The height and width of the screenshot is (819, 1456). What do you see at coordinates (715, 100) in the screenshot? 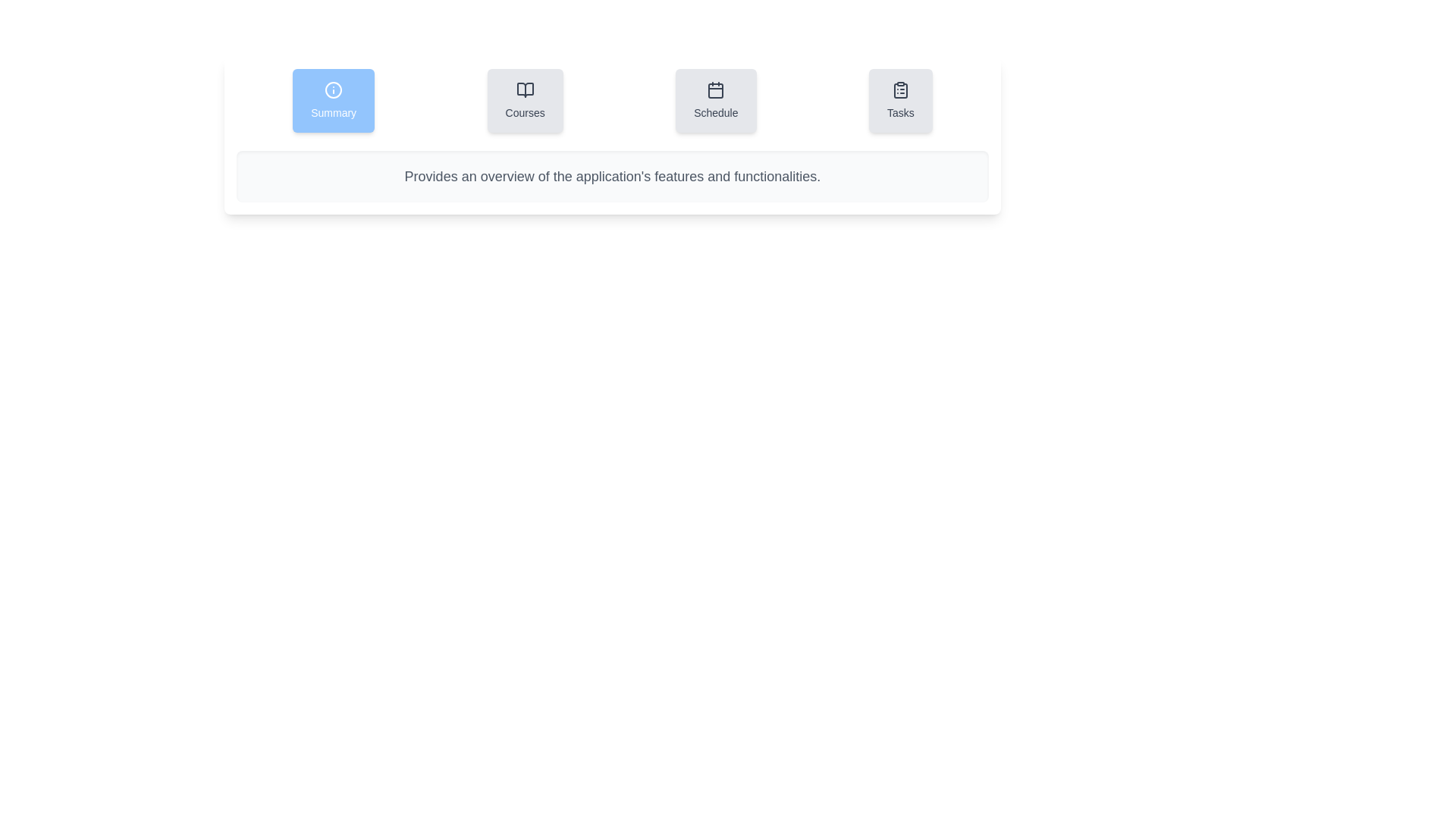
I see `the Schedule tab` at bounding box center [715, 100].